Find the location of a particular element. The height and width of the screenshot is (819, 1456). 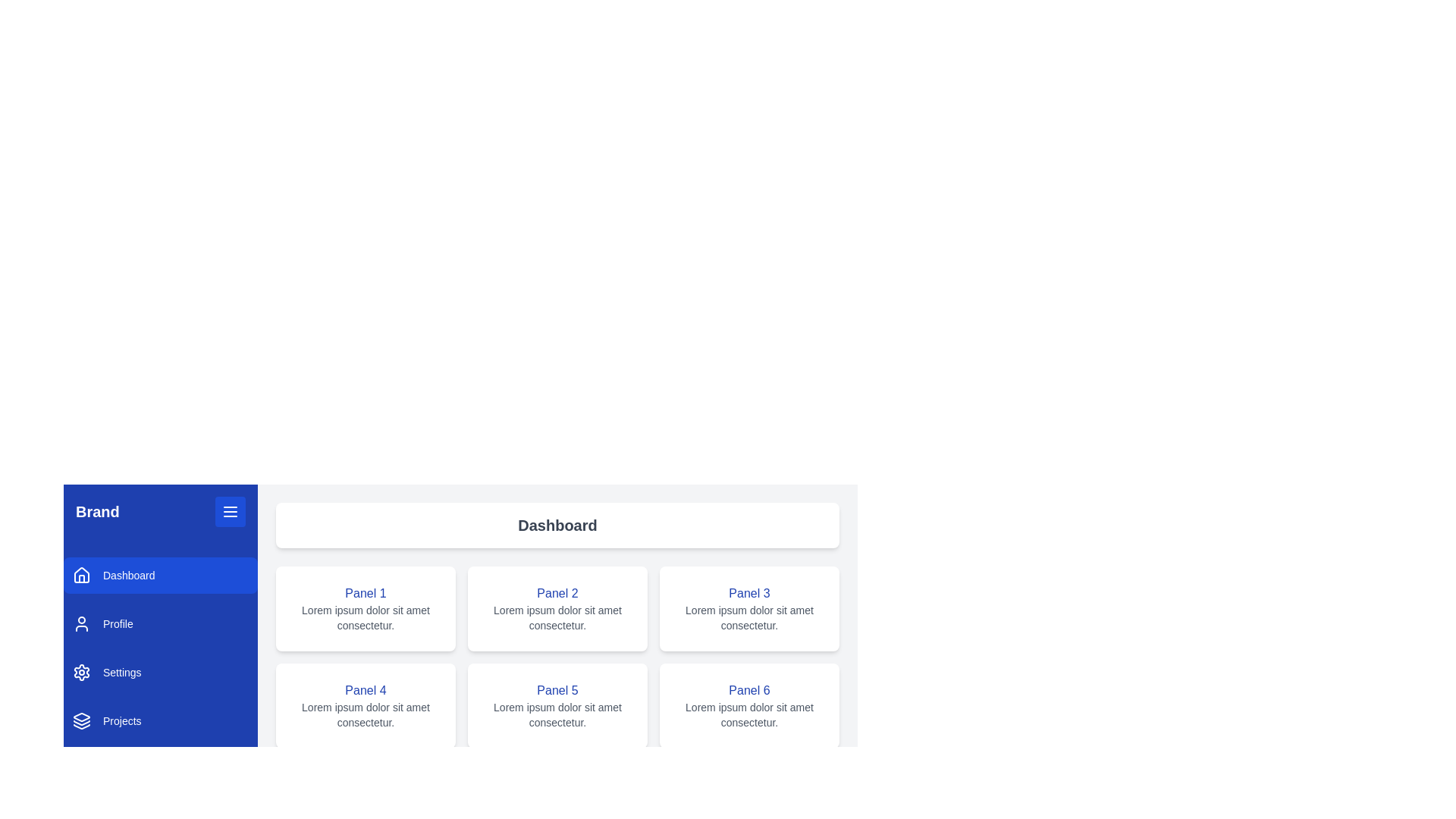

the Information panel titled 'Panel 2' which has a white background, rounded corners, and displays a subtitle in gray text is located at coordinates (557, 607).